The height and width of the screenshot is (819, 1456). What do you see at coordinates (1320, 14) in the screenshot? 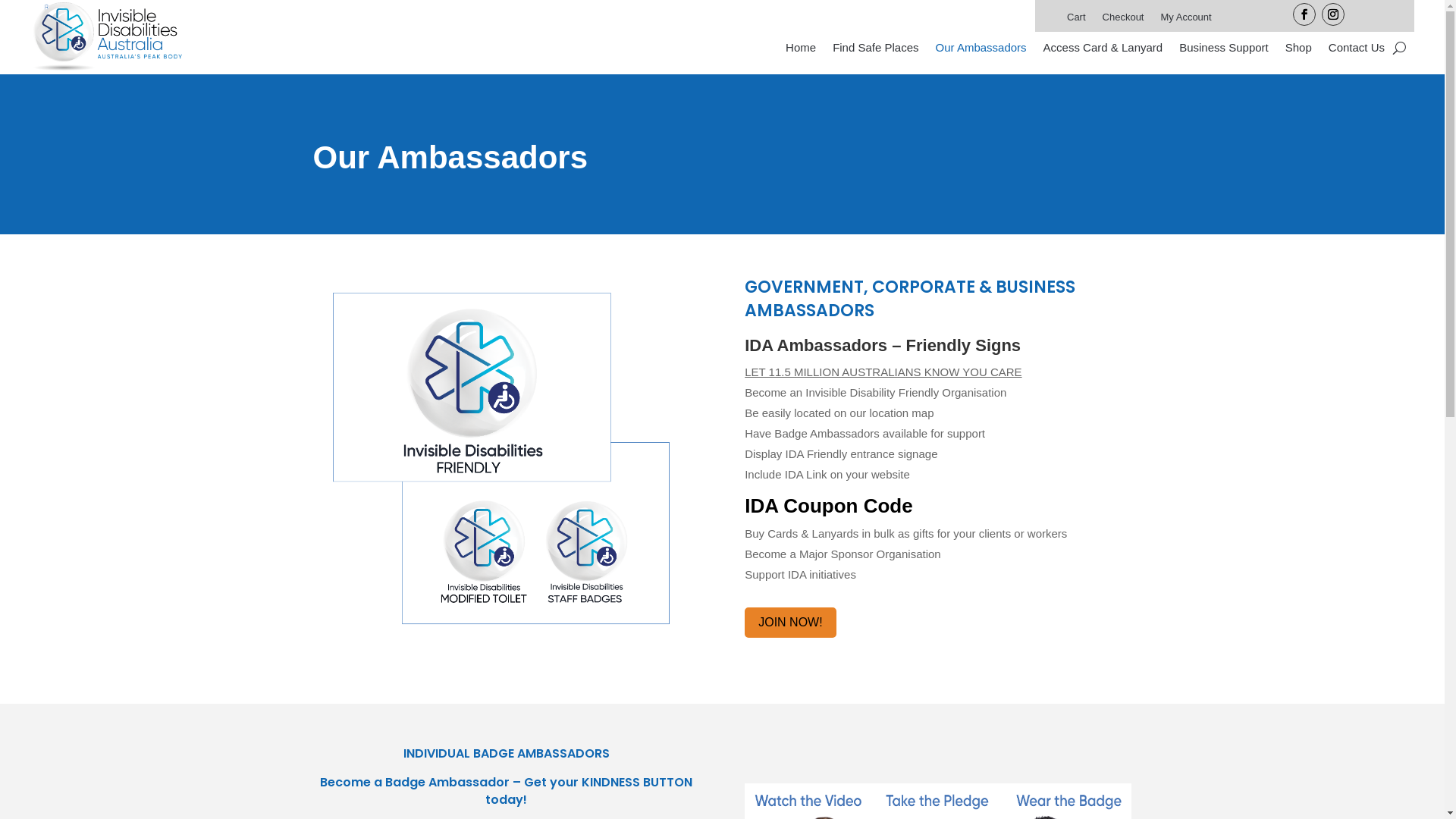
I see `'Follow on Instagram'` at bounding box center [1320, 14].